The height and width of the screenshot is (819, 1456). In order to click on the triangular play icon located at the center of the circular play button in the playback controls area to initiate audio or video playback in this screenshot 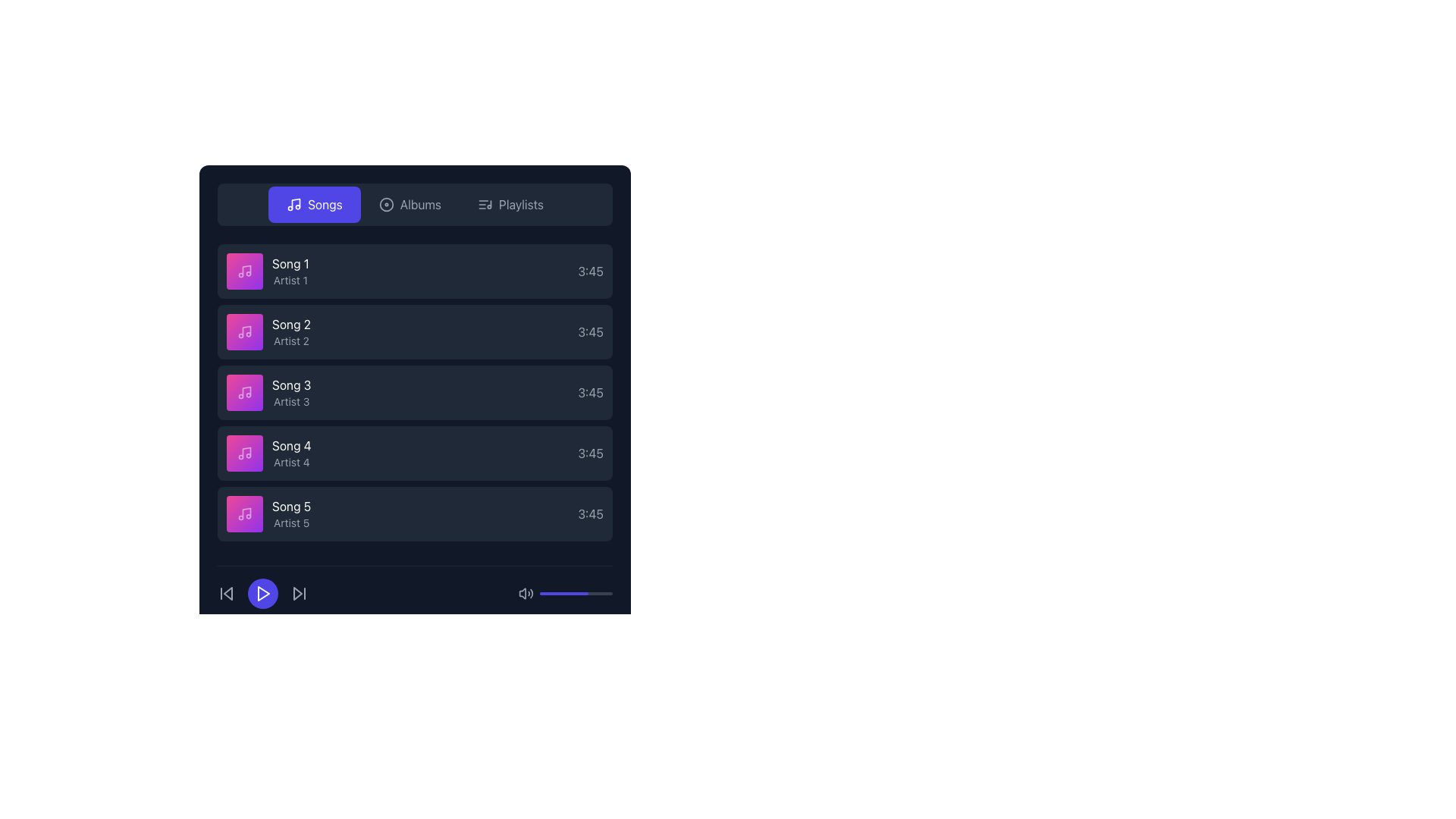, I will do `click(263, 593)`.